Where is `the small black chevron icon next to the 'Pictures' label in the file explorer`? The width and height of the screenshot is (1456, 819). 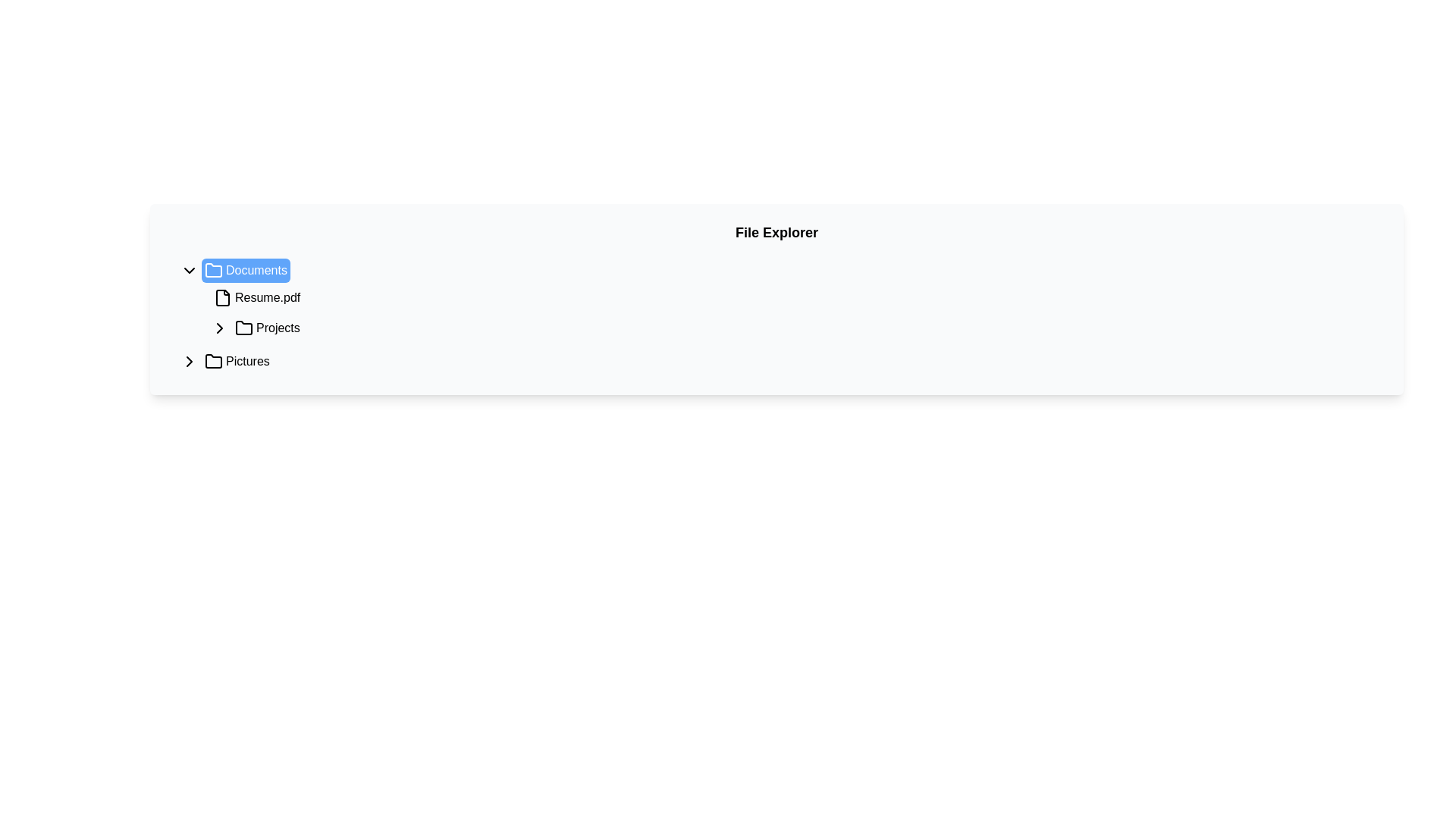 the small black chevron icon next to the 'Pictures' label in the file explorer is located at coordinates (188, 362).